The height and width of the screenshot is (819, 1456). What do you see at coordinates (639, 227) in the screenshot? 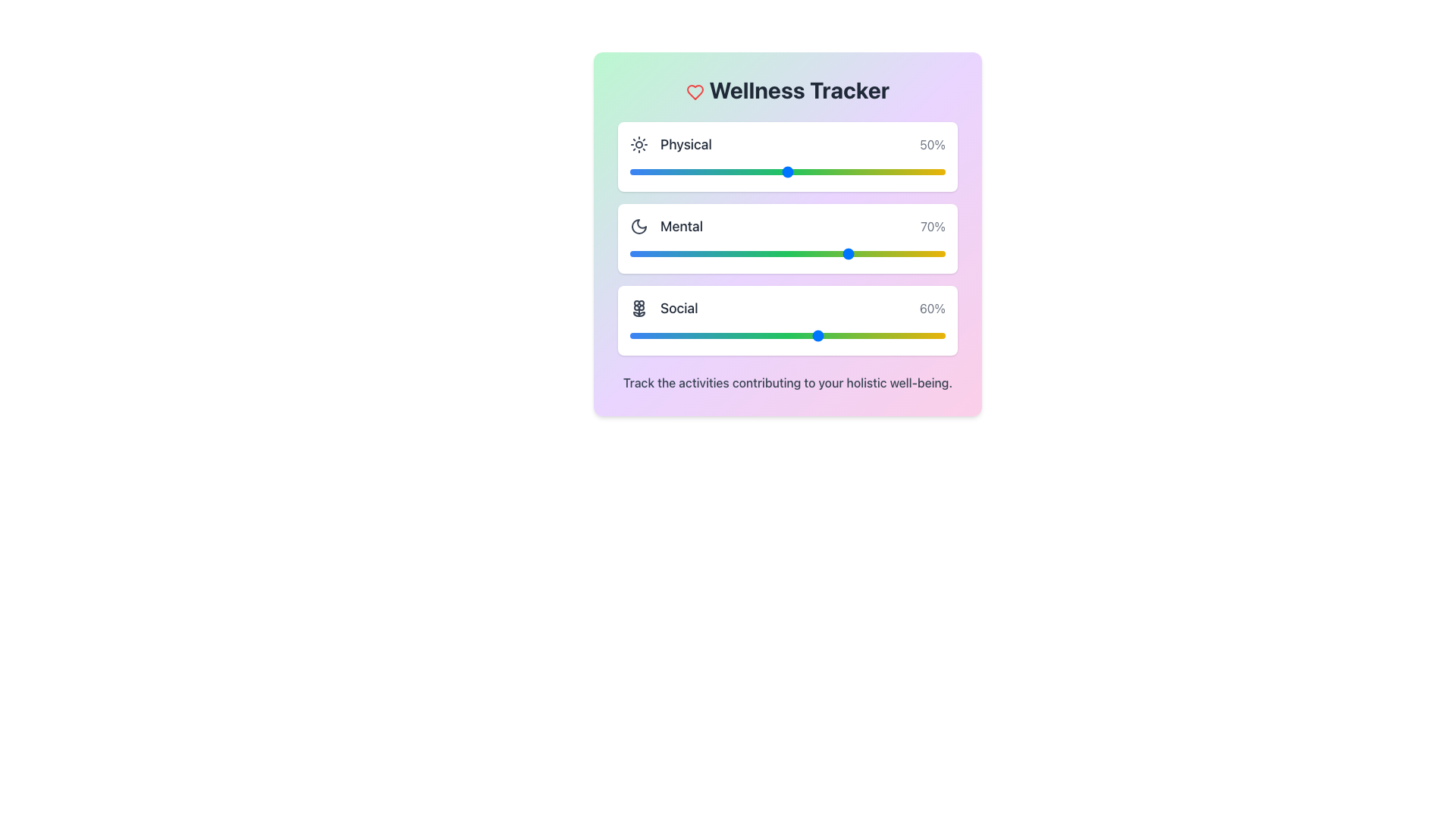
I see `the crescent moon-shaped icon located in the 'Mental' section, adjacent to the 'Mental' label and to the left of the progress bar` at bounding box center [639, 227].